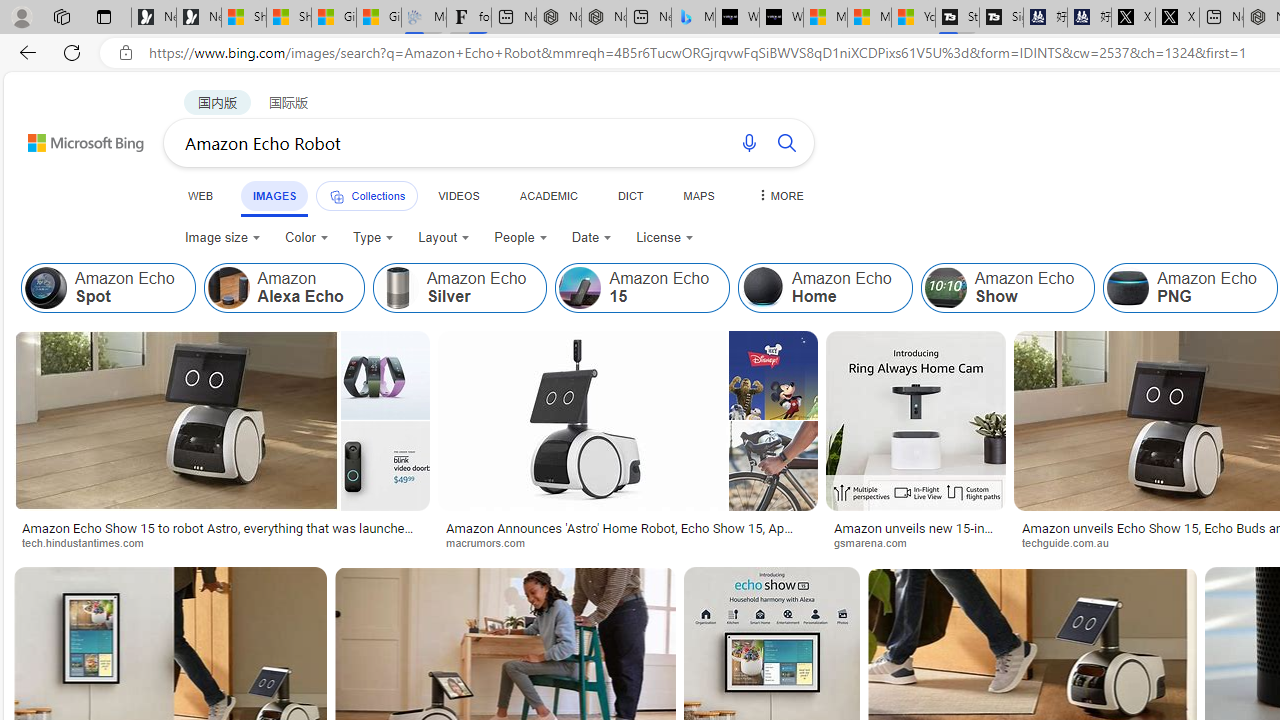  Describe the element at coordinates (282, 288) in the screenshot. I see `'Amazon Alexa Echo'` at that location.